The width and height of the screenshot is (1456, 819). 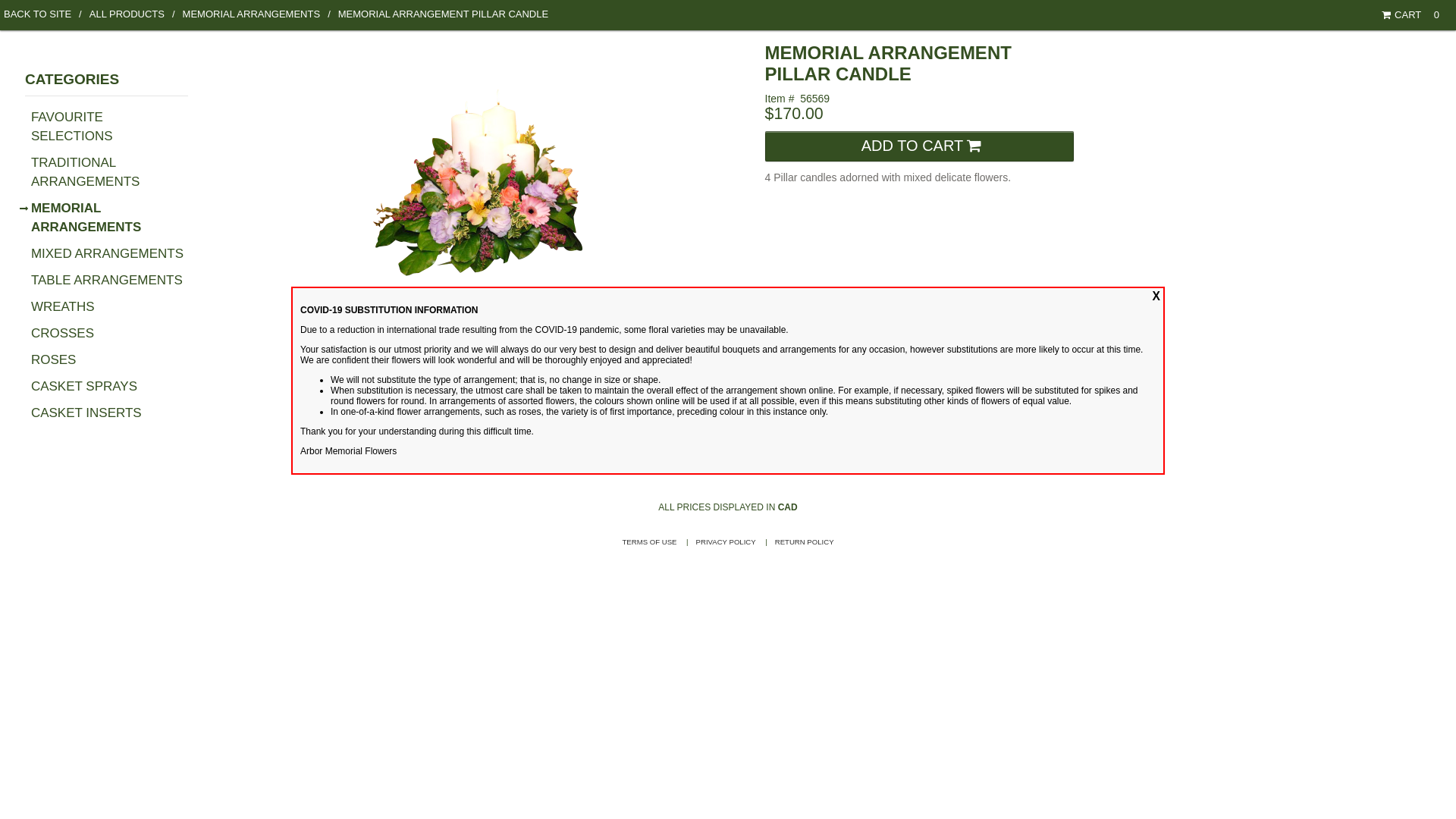 I want to click on 'TERMS OF USE', so click(x=648, y=541).